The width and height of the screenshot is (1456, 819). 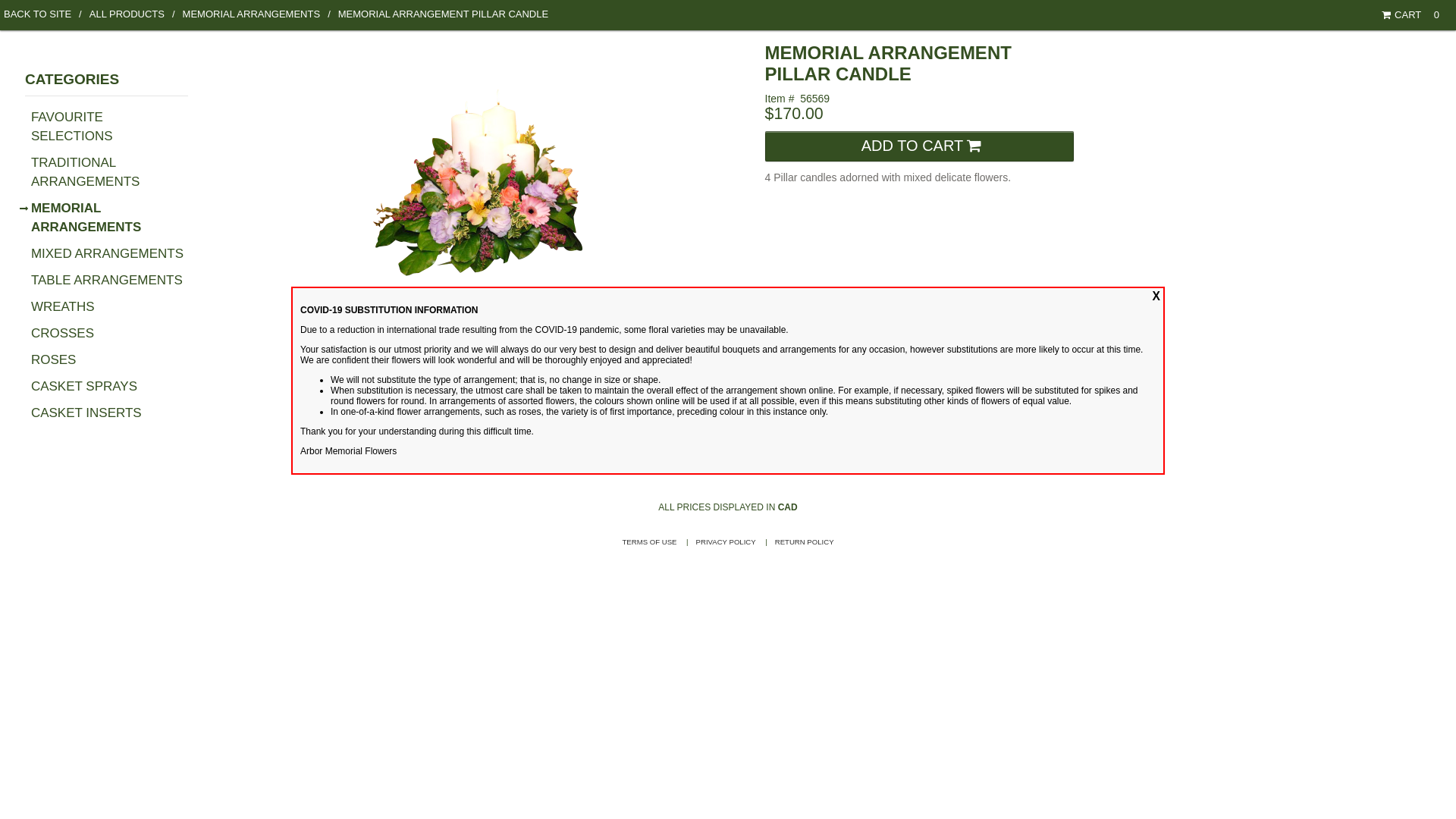 I want to click on 'TERMS OF USE', so click(x=648, y=541).